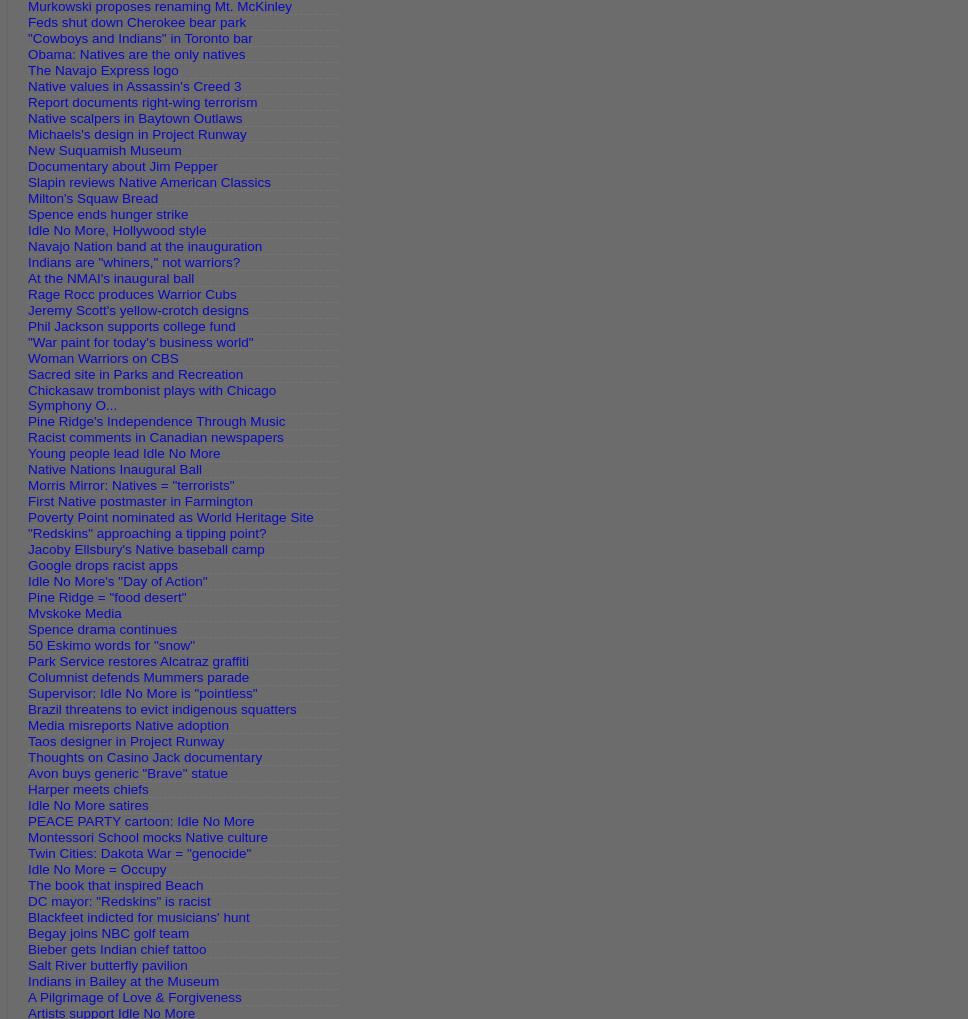 Image resolution: width=968 pixels, height=1019 pixels. I want to click on 'DC mayor: "Redskins" is racist', so click(118, 901).